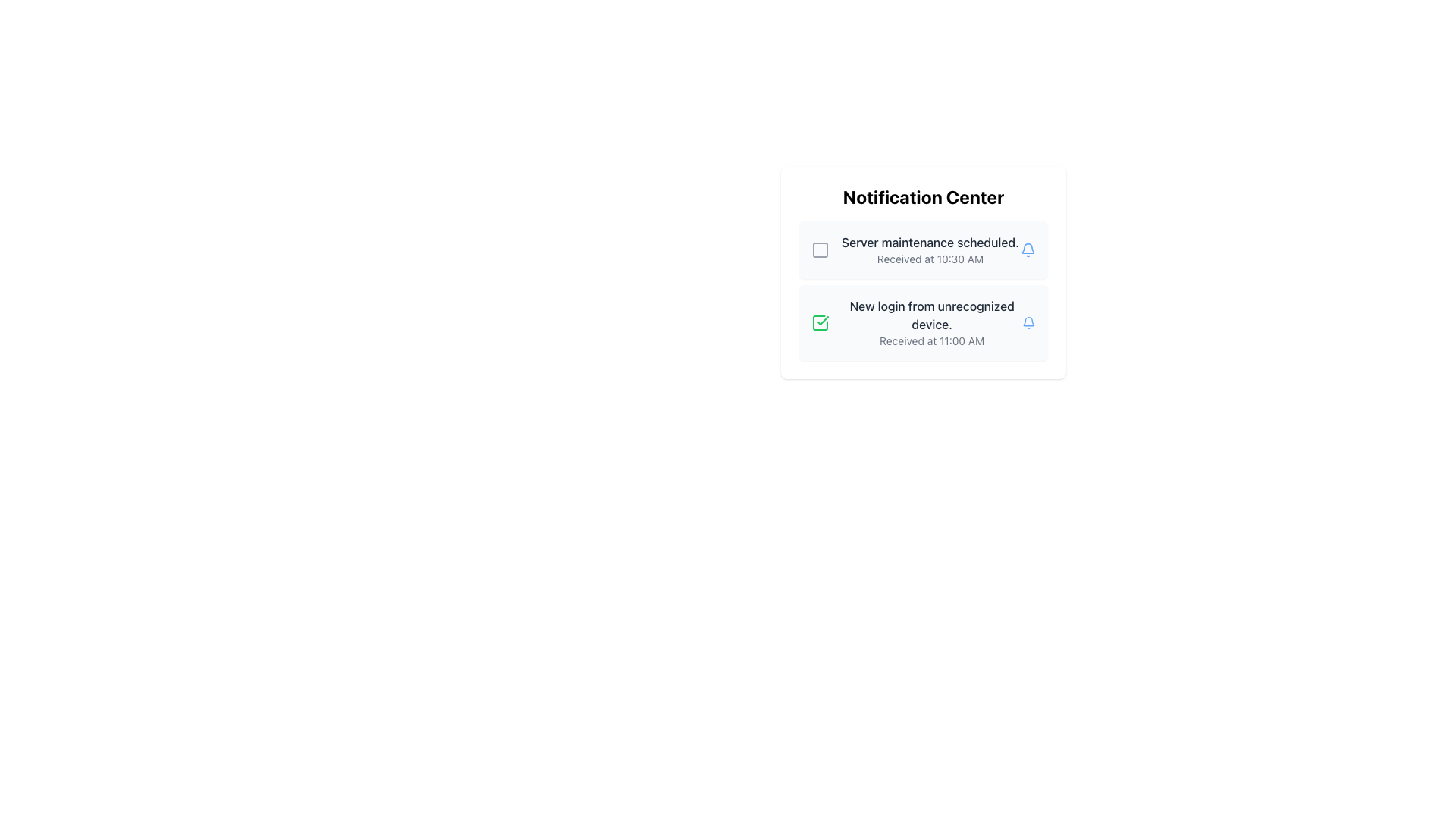 The height and width of the screenshot is (819, 1456). Describe the element at coordinates (929, 242) in the screenshot. I see `the text element displaying 'Server maintenance scheduled.' in the Notification Center, which is the first line of text in the first notification entry` at that location.